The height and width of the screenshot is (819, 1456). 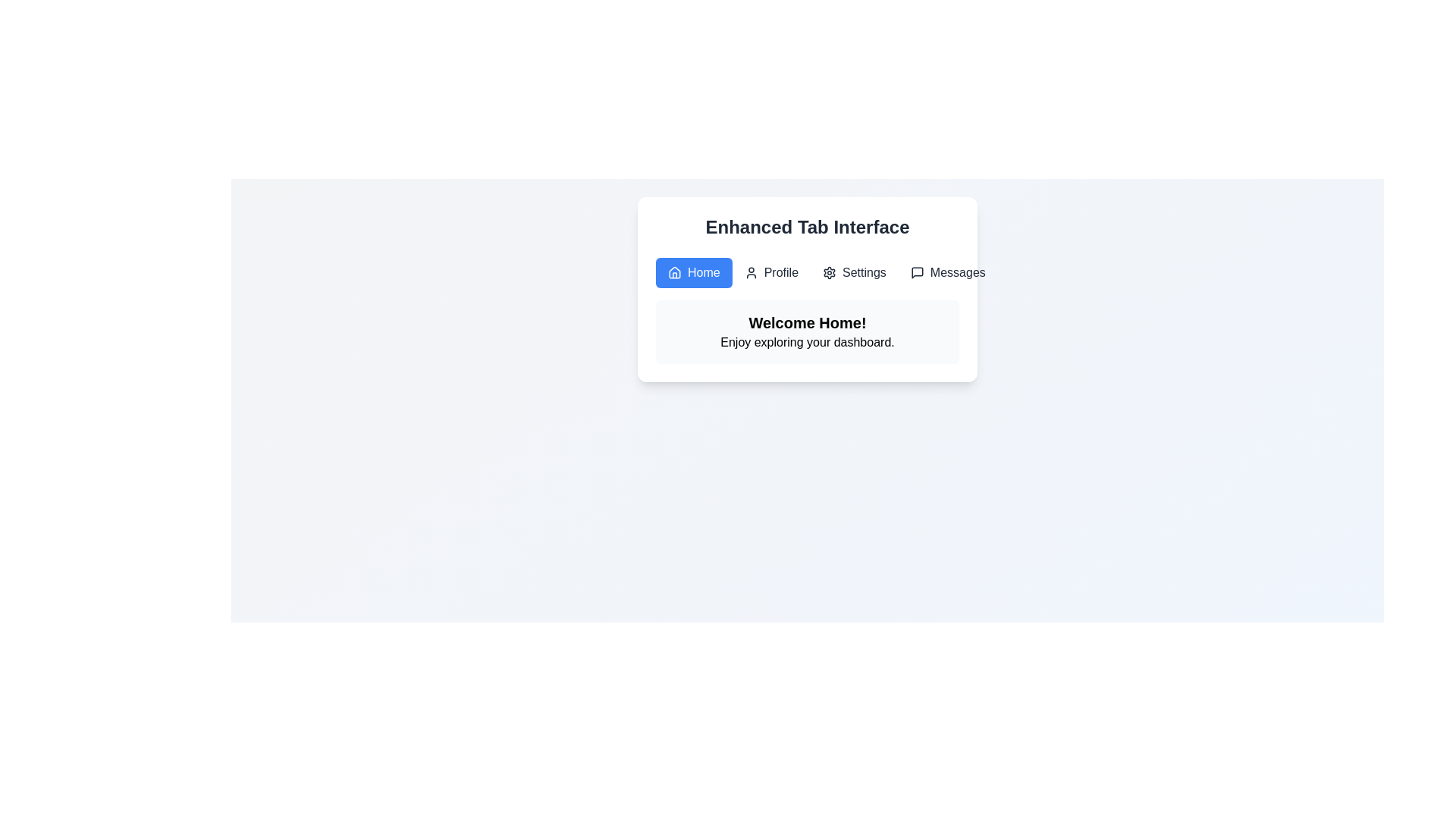 I want to click on the 'Home' text label within the blue button located in the navigation bar to trigger a visual response, so click(x=703, y=271).